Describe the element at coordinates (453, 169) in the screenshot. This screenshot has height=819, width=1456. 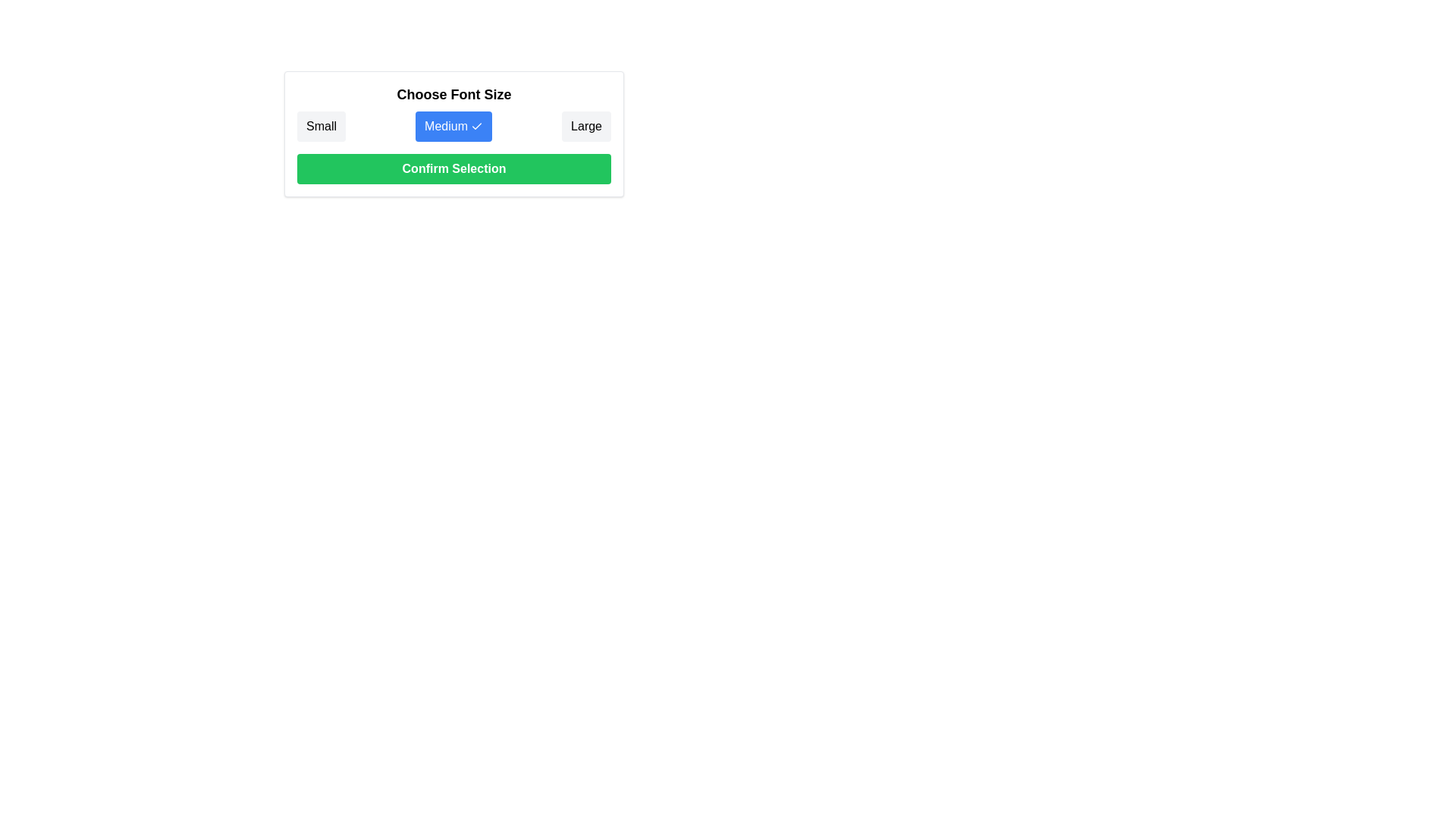
I see `the 'Confirm Selection' button, which is a vibrant green rectangular button with bold white text, located at the bottom of the 'Choose Font Size' section` at that location.